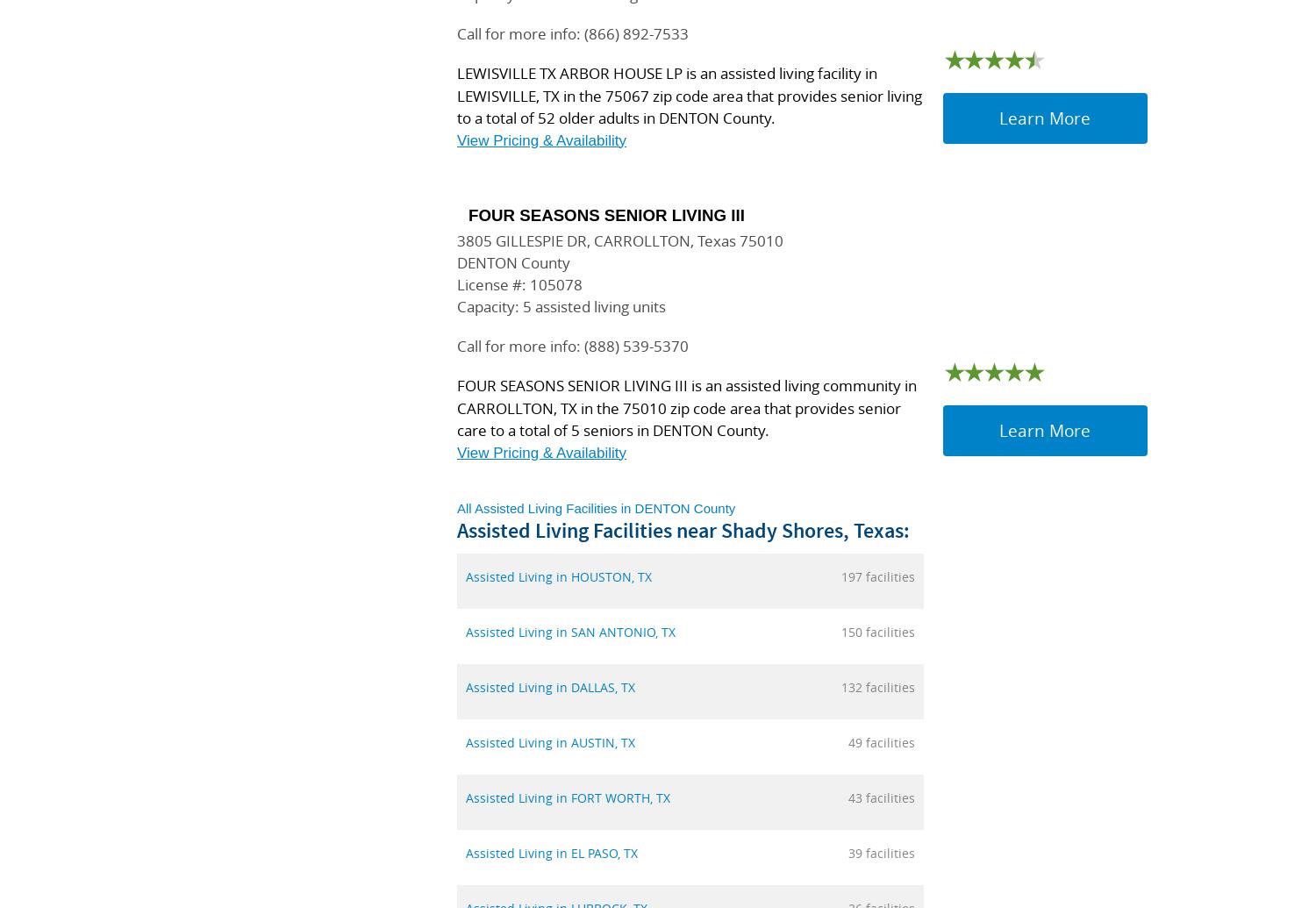 This screenshot has width=1316, height=908. What do you see at coordinates (551, 852) in the screenshot?
I see `'Assisted Living in EL PASO, TX'` at bounding box center [551, 852].